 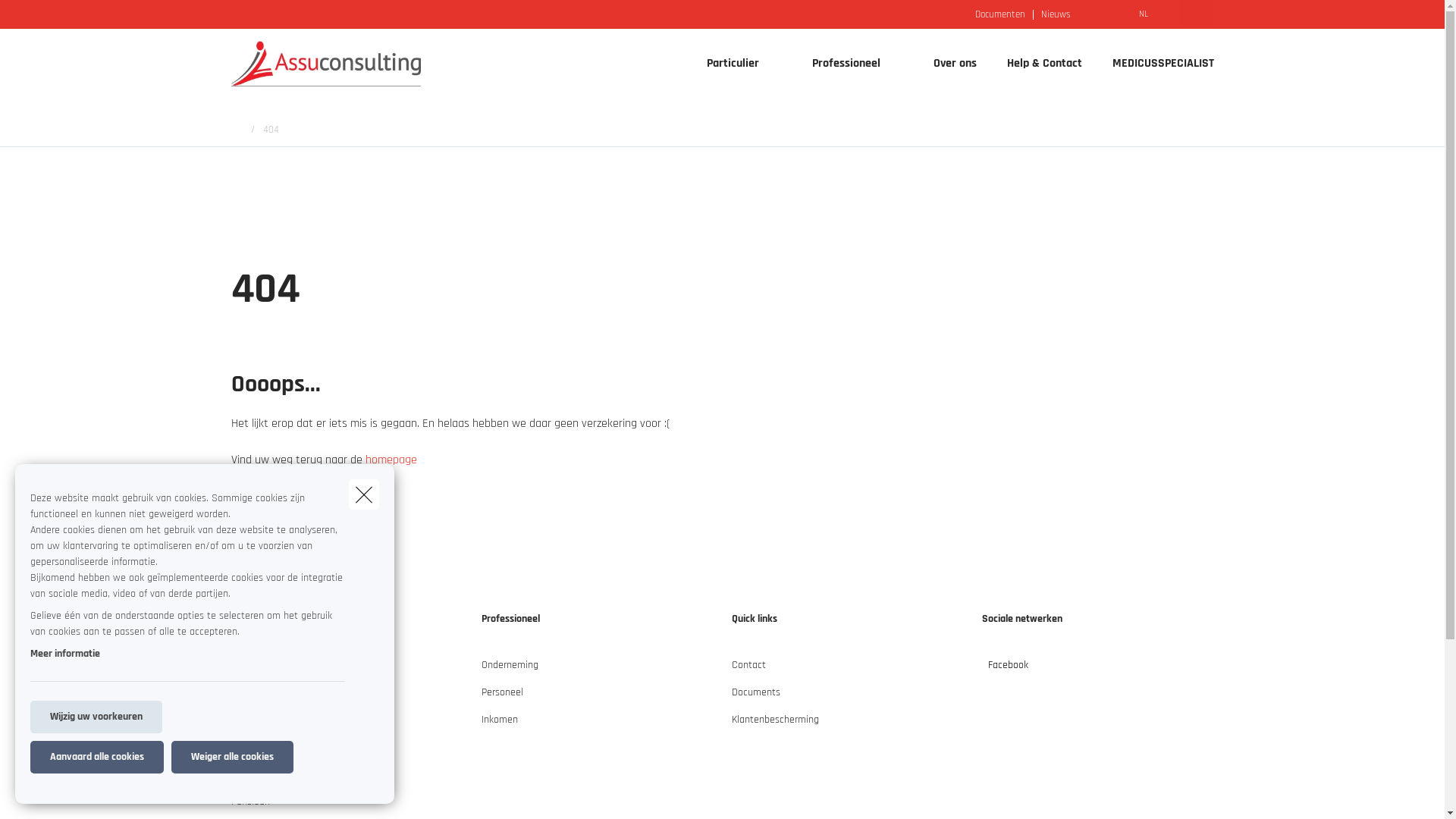 What do you see at coordinates (250, 670) in the screenshot?
I see `'Mobiliteit'` at bounding box center [250, 670].